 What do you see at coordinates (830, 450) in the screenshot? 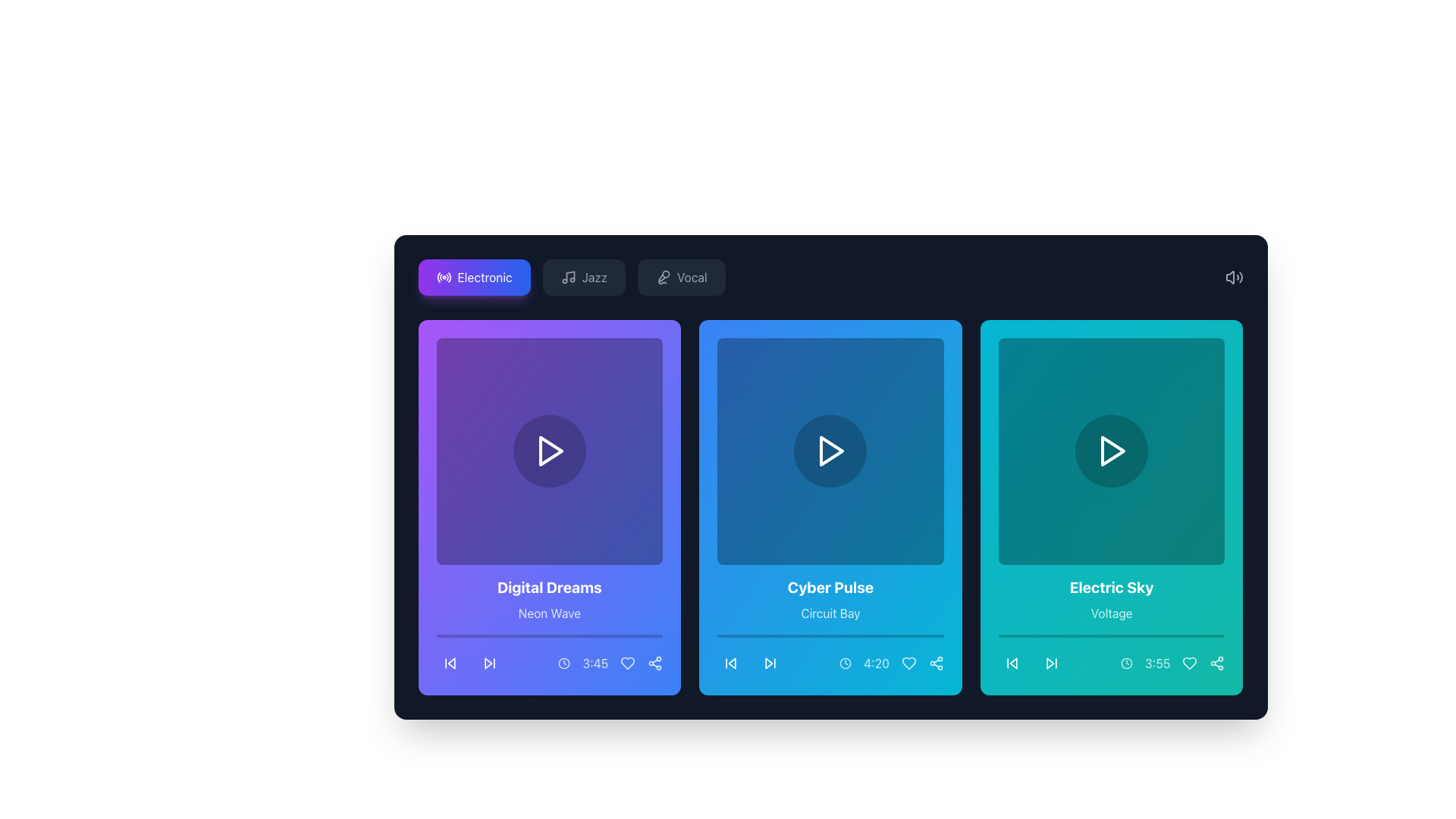
I see `the circular play button with a translucent dark background located in the 'Cyber Pulse' card labeled 'Circuit Bay'` at bounding box center [830, 450].